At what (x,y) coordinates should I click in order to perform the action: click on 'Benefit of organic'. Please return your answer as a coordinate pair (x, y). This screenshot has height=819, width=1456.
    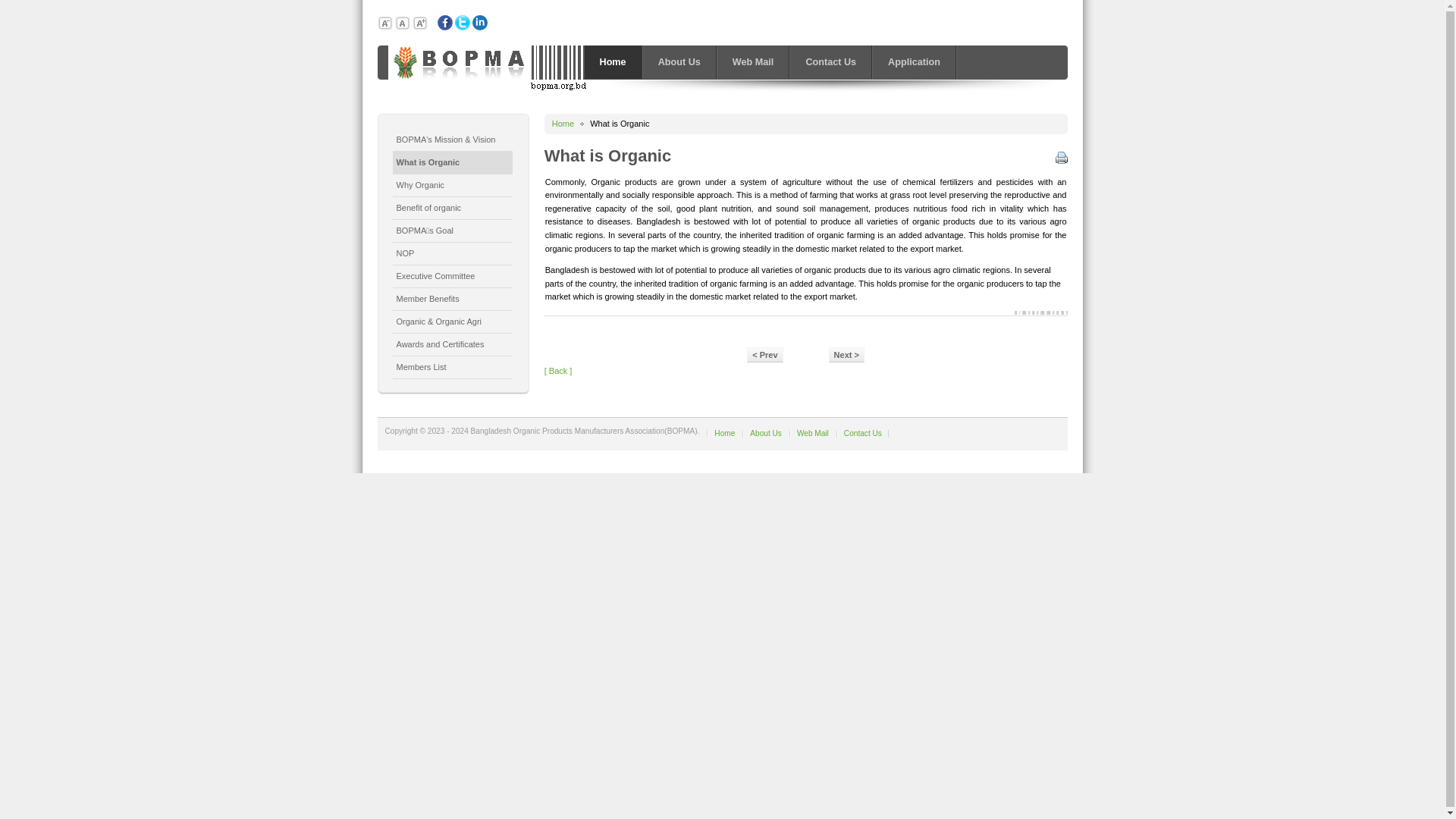
    Looking at the image, I should click on (393, 208).